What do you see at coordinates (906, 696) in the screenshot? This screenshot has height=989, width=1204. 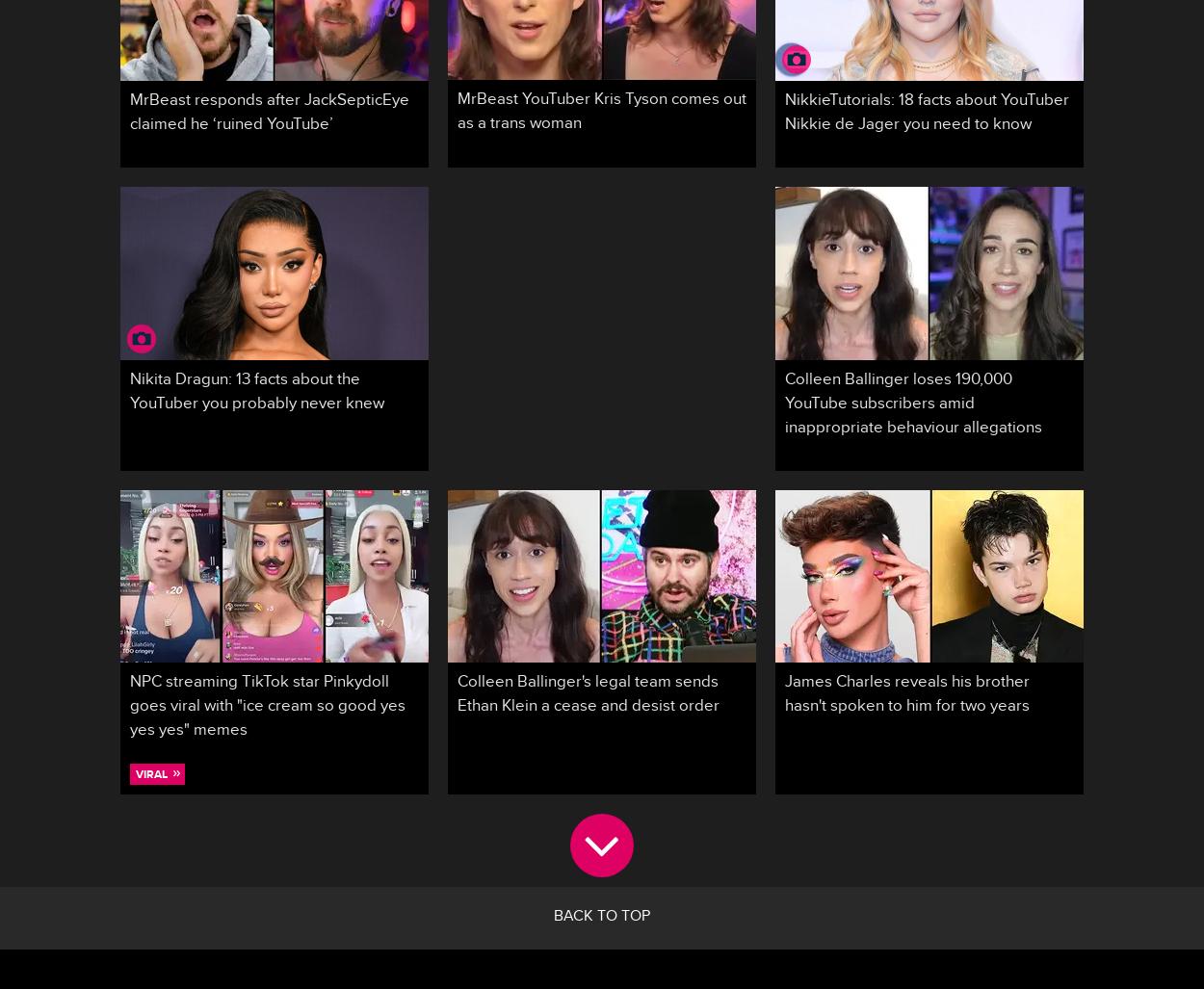 I see `'James Charles reveals his brother hasn't spoken to him for two years'` at bounding box center [906, 696].